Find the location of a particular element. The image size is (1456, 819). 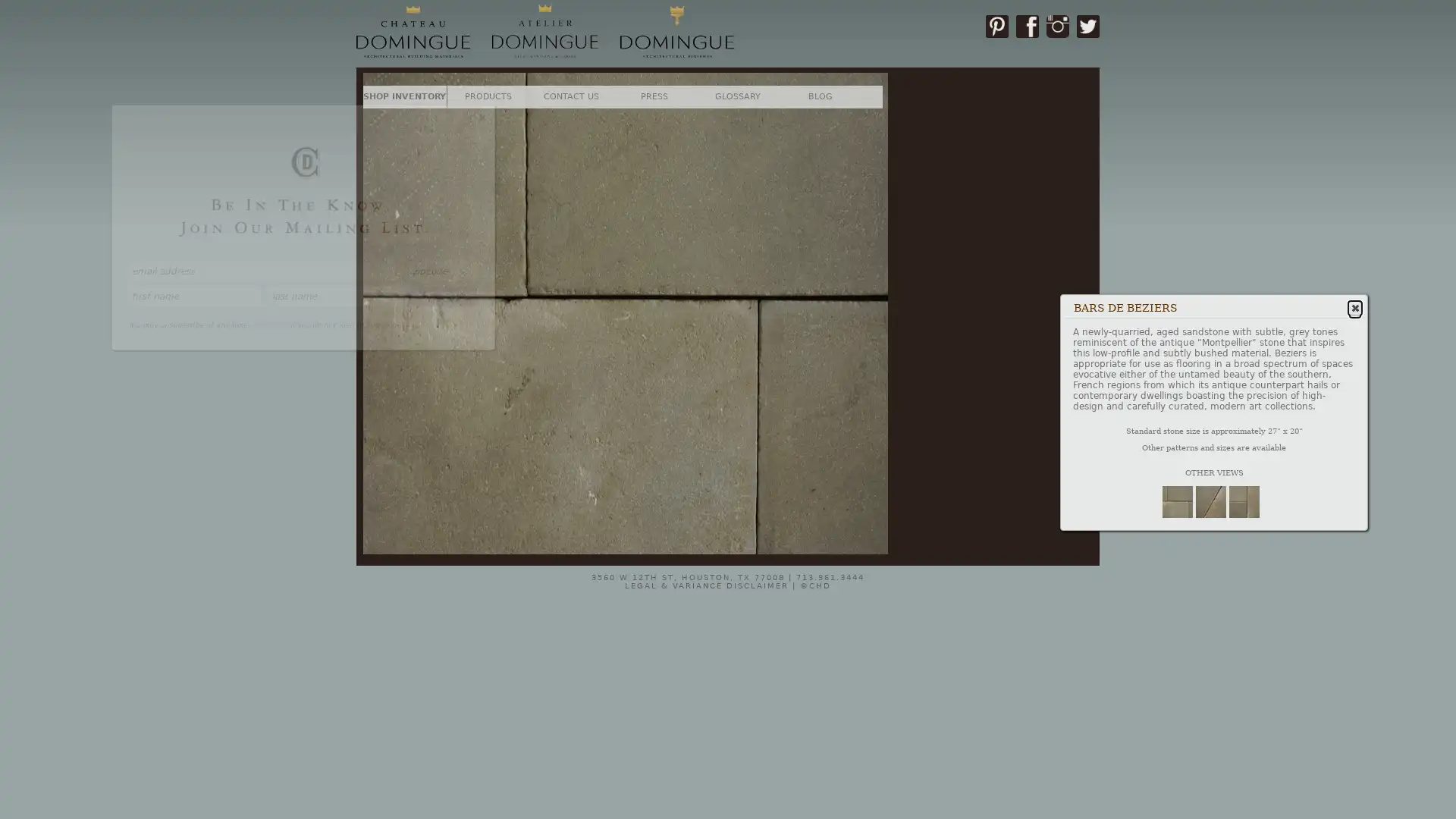

Close is located at coordinates (480, 116).